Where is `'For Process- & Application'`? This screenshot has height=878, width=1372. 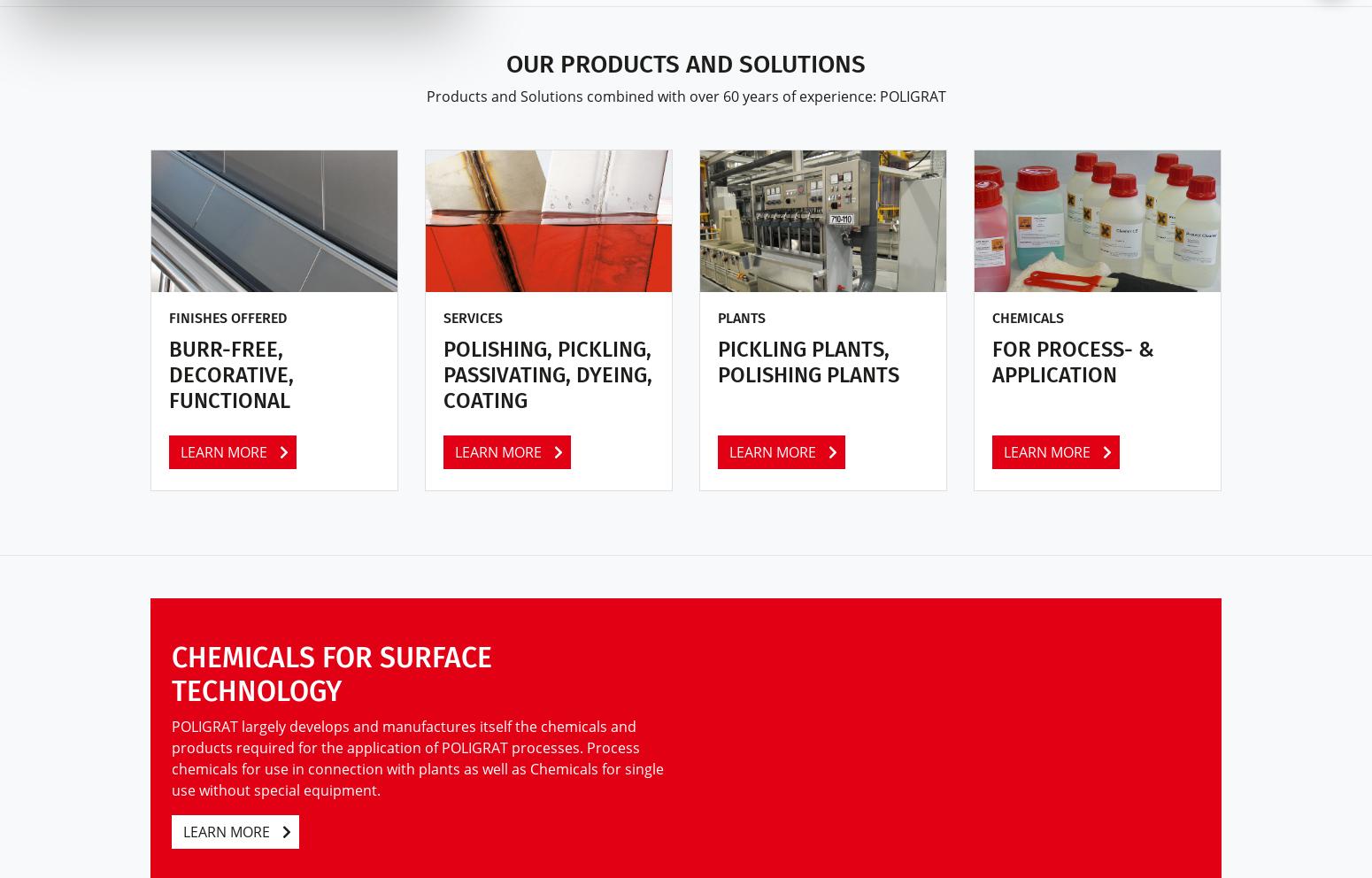 'For Process- & Application' is located at coordinates (1073, 362).